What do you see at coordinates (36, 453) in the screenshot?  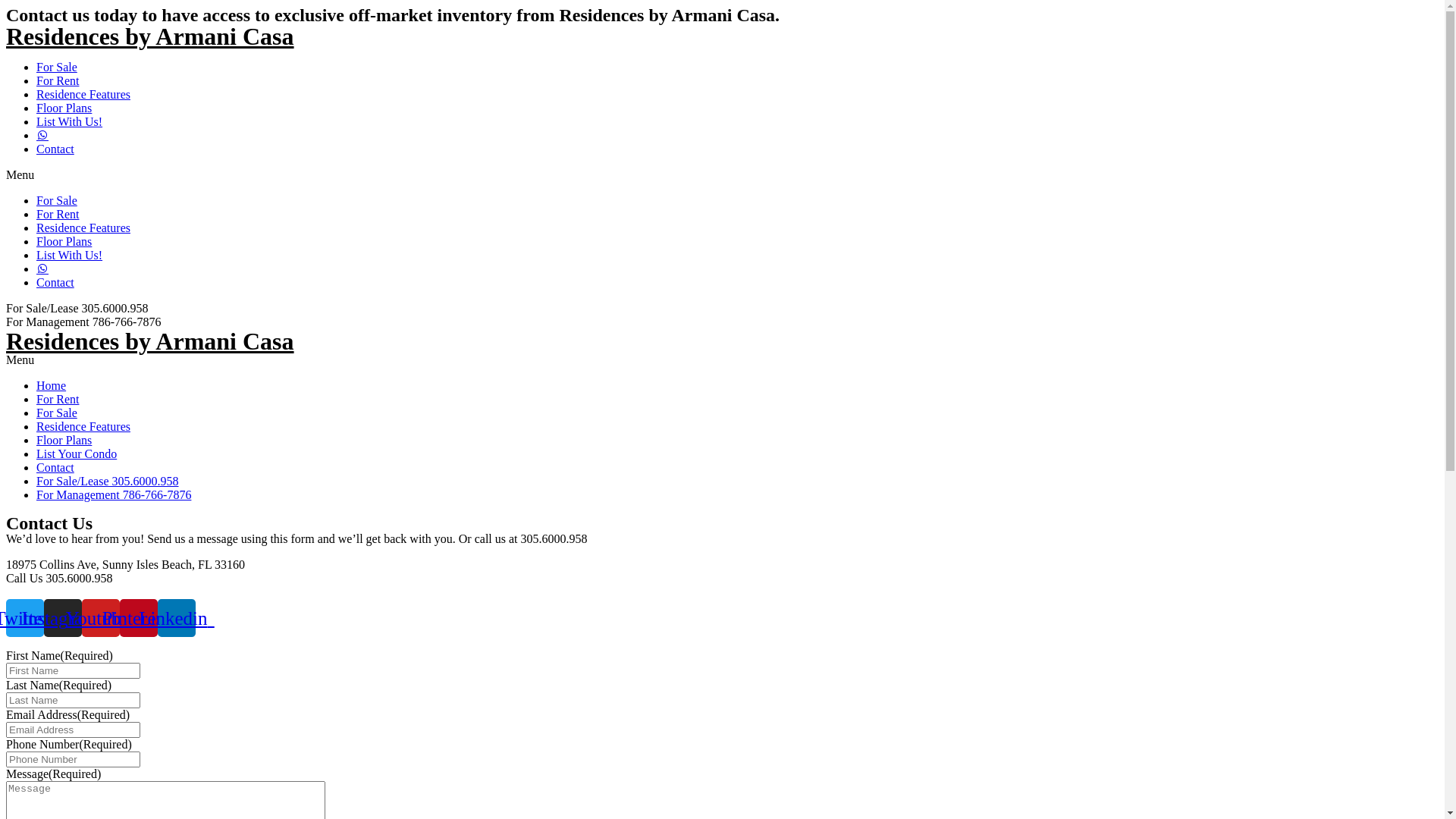 I see `'List Your Condo'` at bounding box center [36, 453].